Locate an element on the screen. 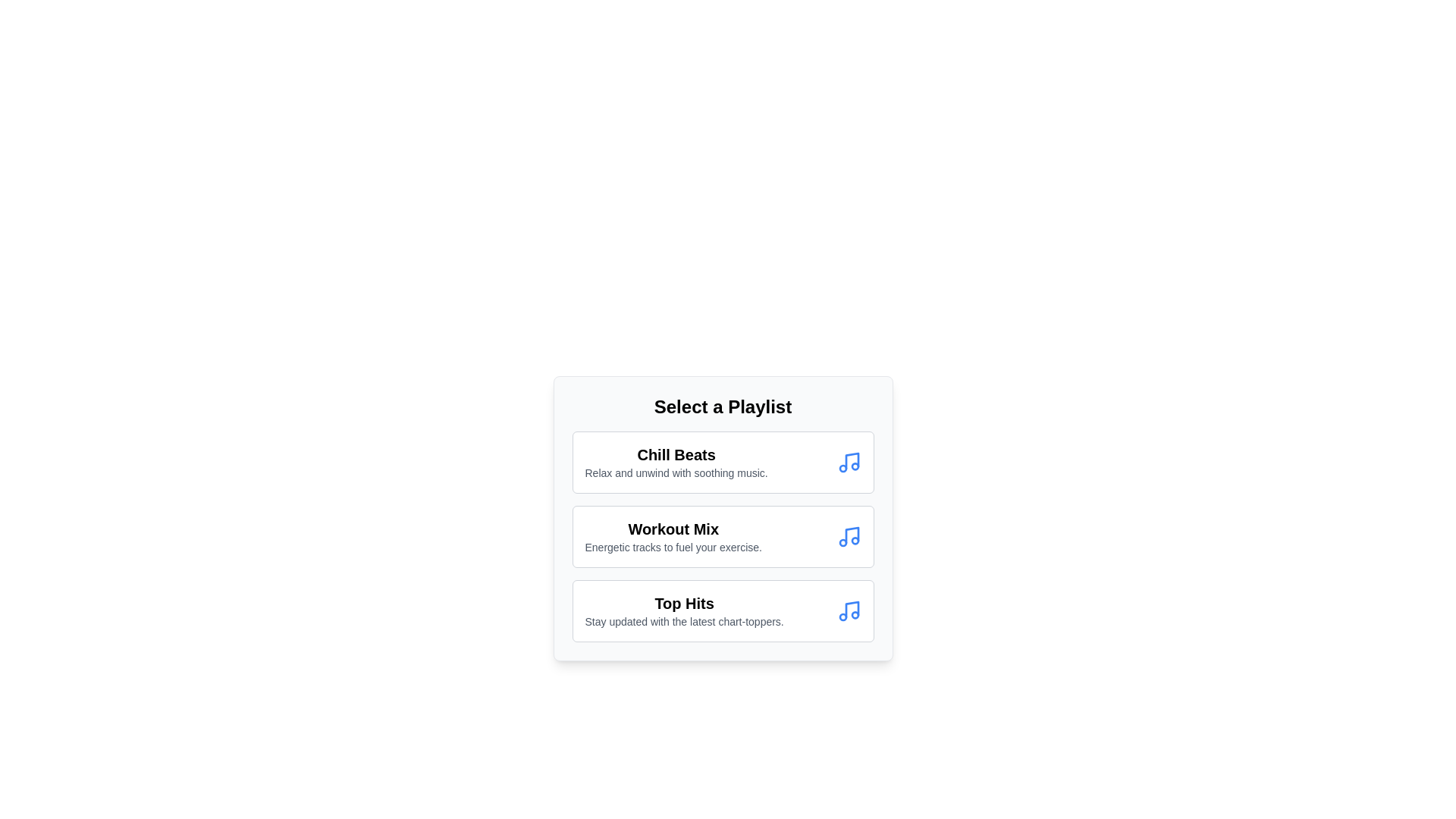 Image resolution: width=1456 pixels, height=819 pixels. the title text label of the playlist option, which indicates 'Energetic tracks to fuel your exercise.' and is positioned between the 'Chill Beats' and 'Top Hits' cards is located at coordinates (673, 529).